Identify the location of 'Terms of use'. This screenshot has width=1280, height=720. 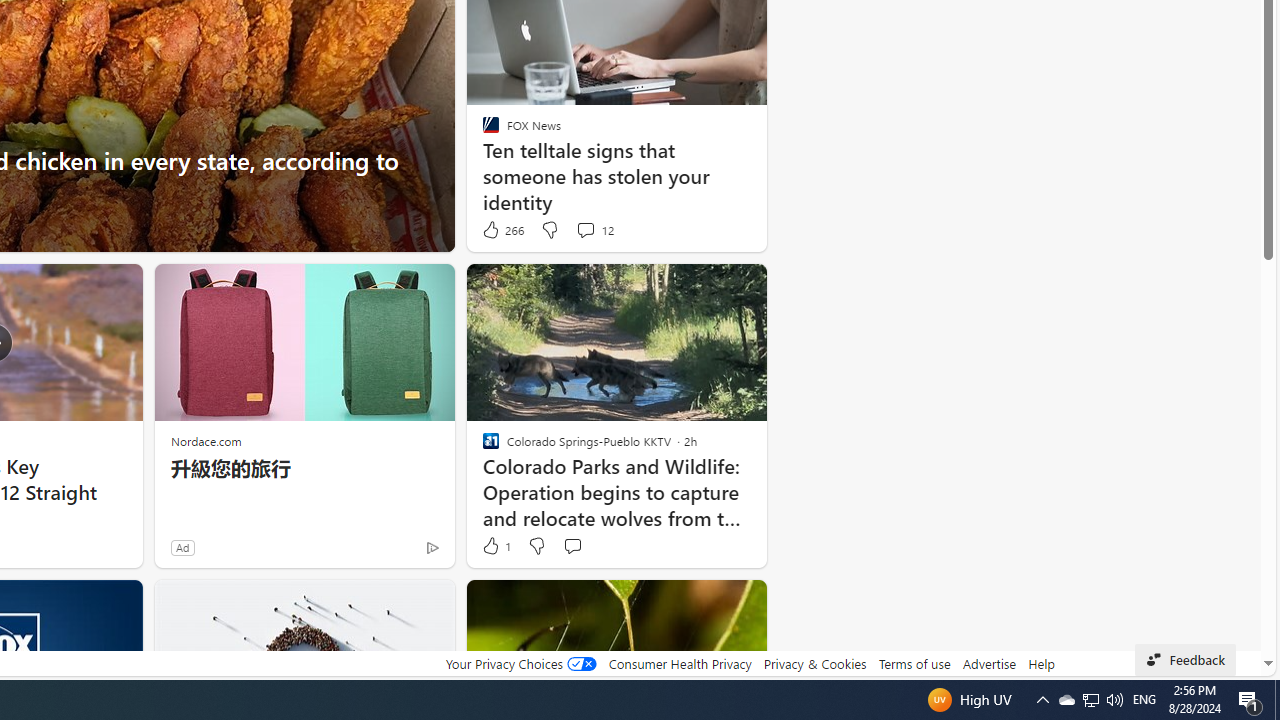
(913, 663).